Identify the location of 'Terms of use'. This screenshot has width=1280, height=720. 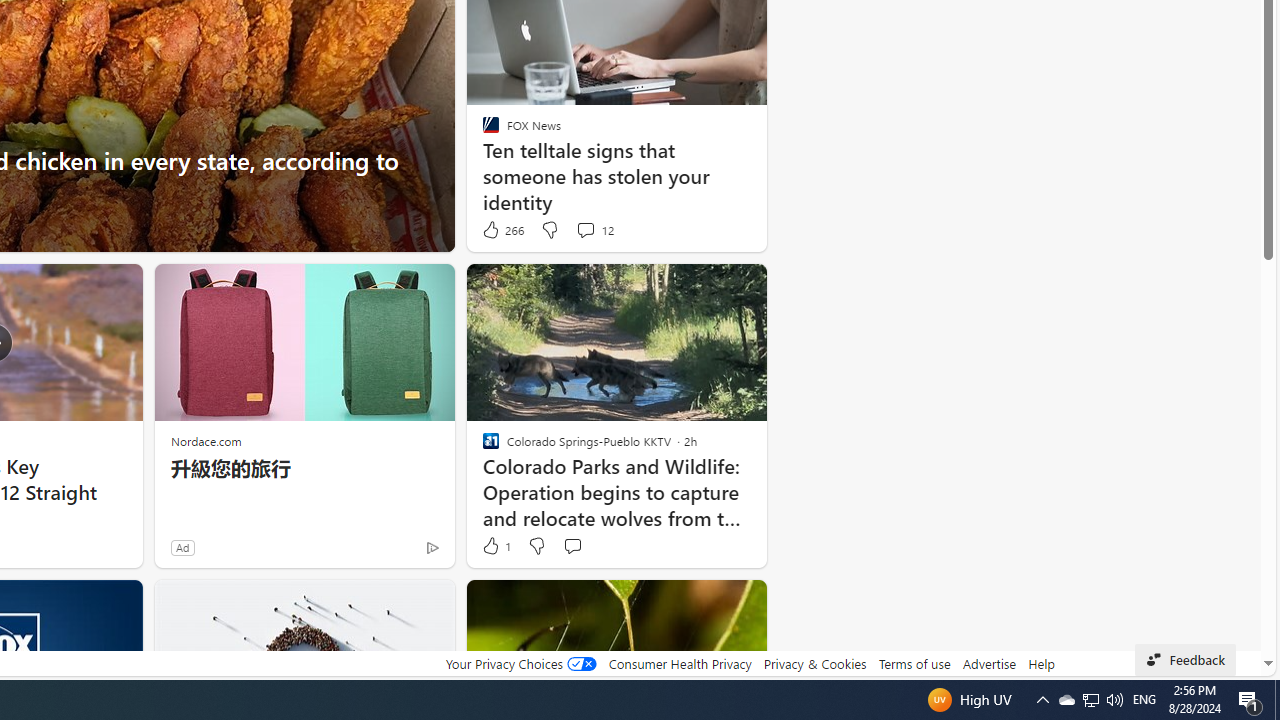
(913, 663).